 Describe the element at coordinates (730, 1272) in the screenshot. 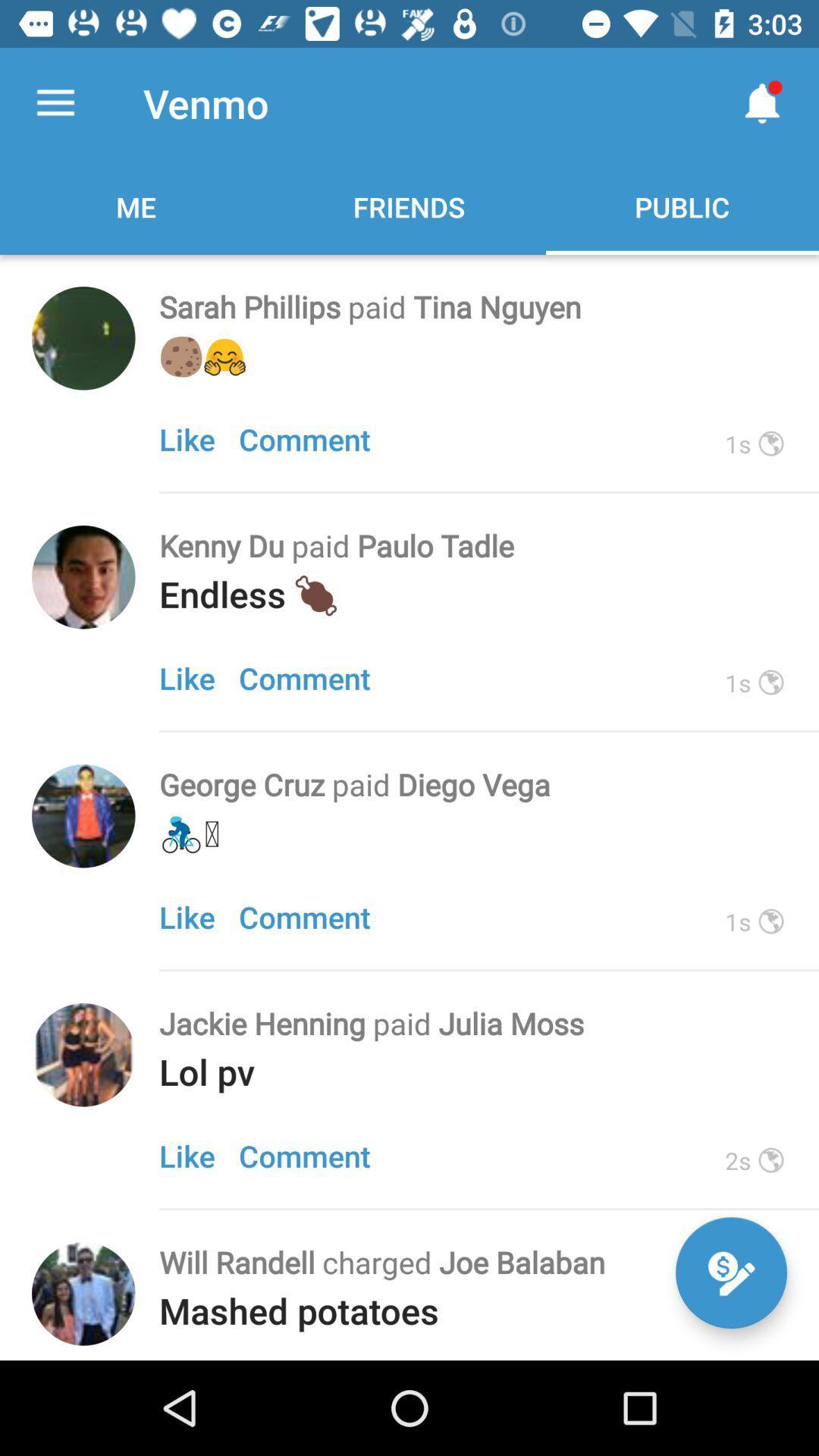

I see `send money` at that location.